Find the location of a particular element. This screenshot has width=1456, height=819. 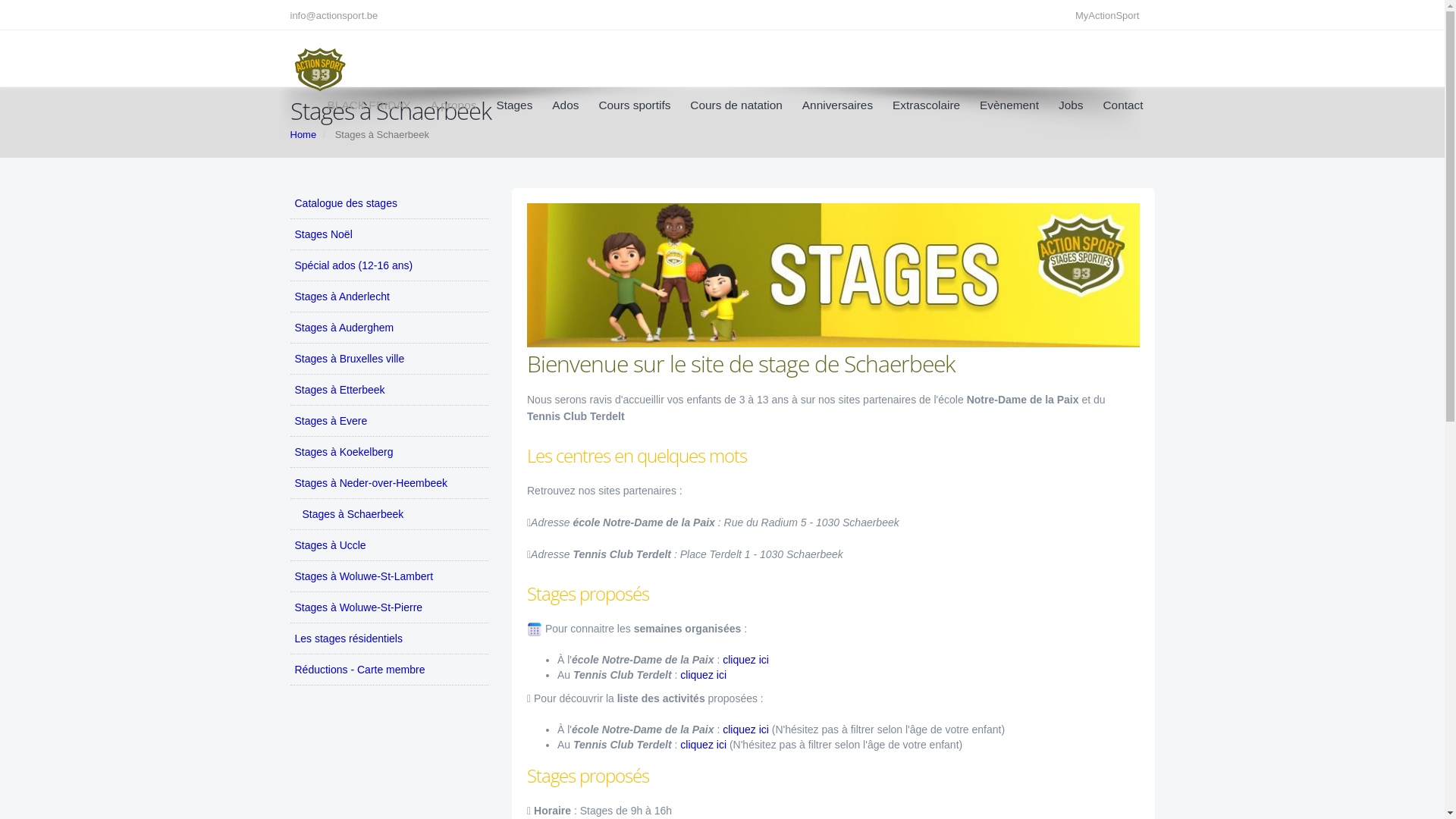

'Contact' is located at coordinates (1117, 104).